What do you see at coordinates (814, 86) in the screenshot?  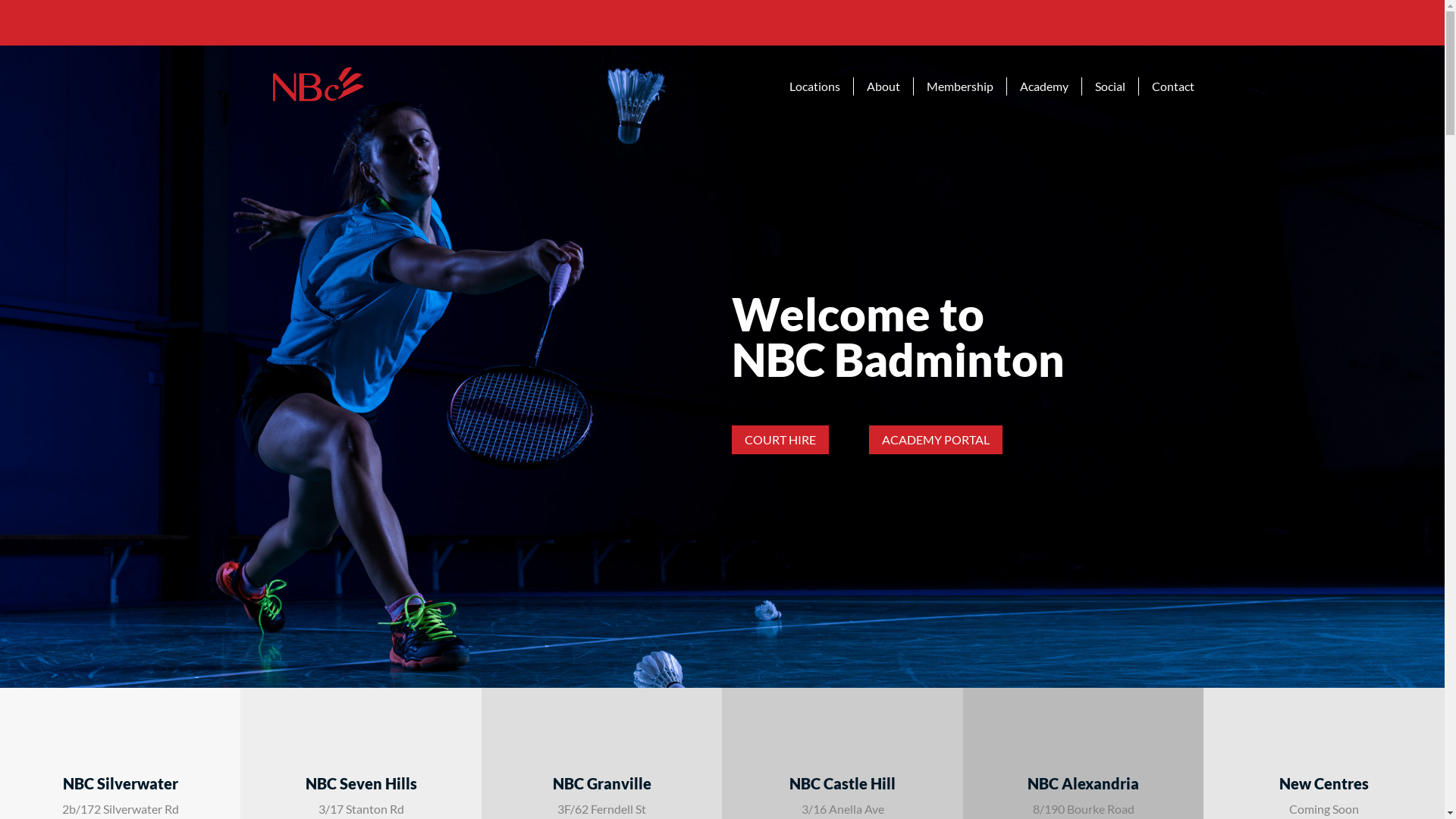 I see `'Locations'` at bounding box center [814, 86].